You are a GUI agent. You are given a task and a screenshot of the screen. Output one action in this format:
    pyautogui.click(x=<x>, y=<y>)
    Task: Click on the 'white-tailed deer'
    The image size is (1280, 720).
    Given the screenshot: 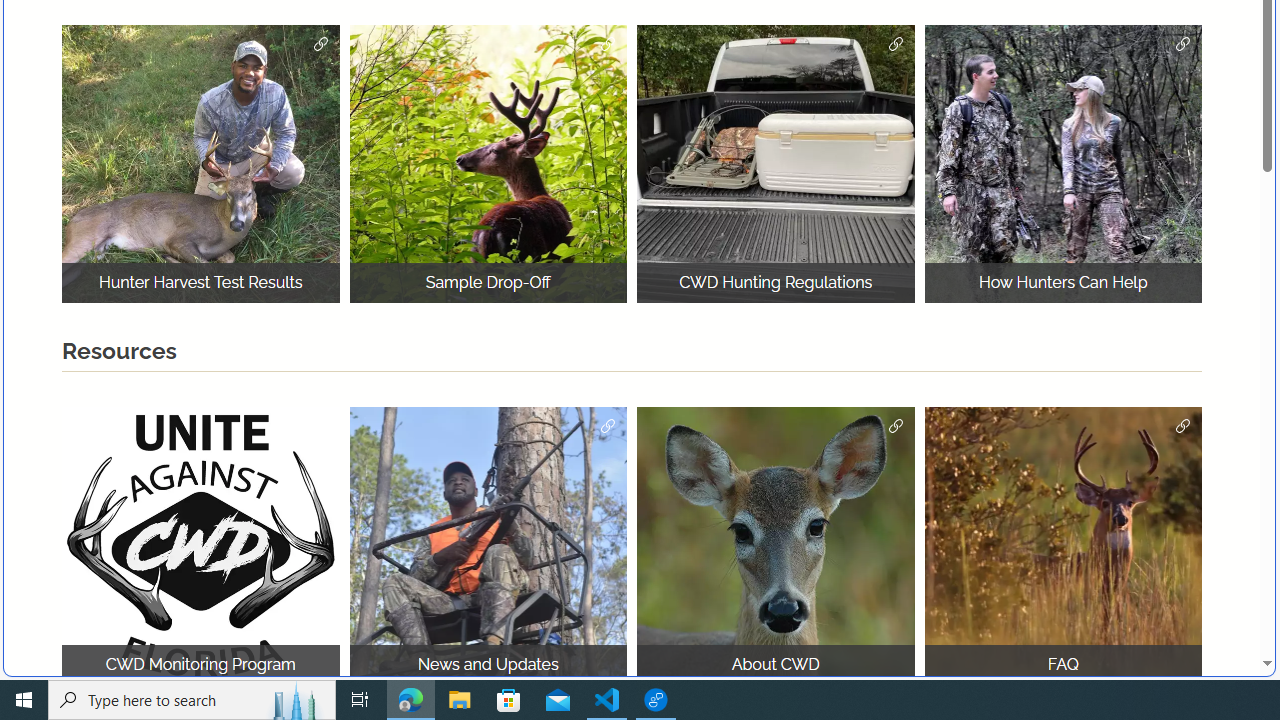 What is the action you would take?
    pyautogui.click(x=775, y=545)
    